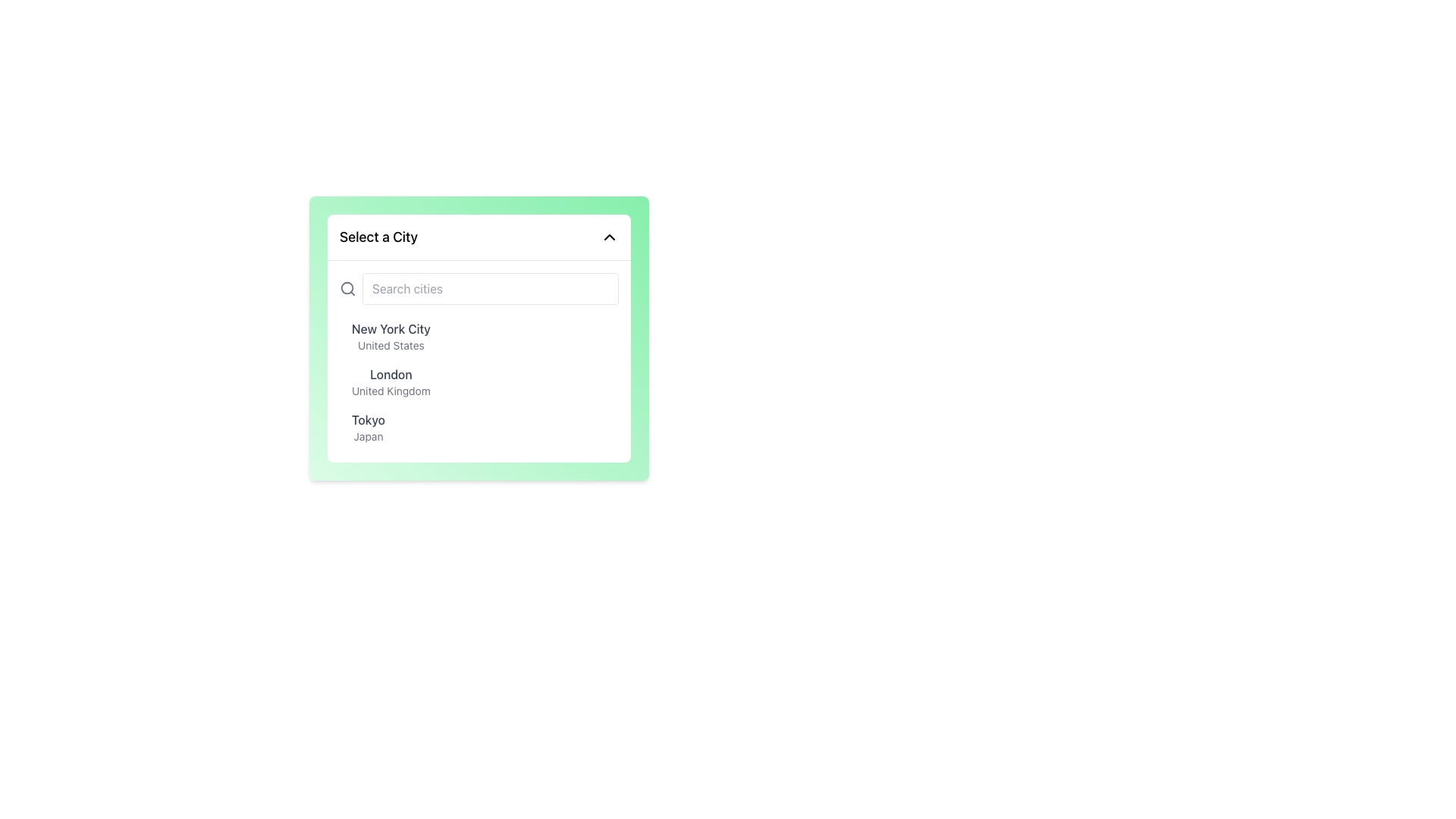  What do you see at coordinates (479, 237) in the screenshot?
I see `the Dropdown Toggle labeled 'Select a City' to interact with it` at bounding box center [479, 237].